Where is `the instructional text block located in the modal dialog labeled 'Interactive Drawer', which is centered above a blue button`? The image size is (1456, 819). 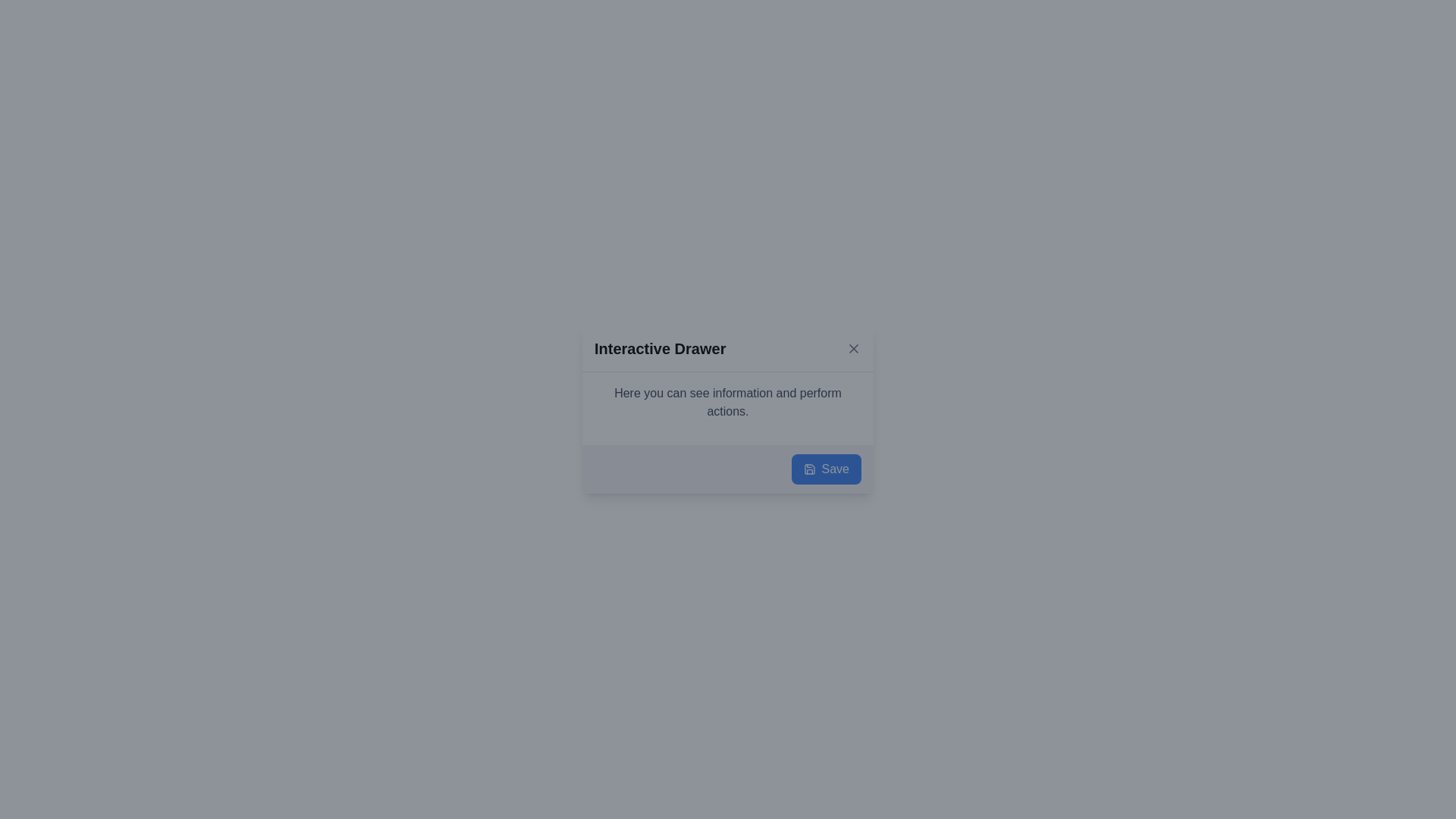
the instructional text block located in the modal dialog labeled 'Interactive Drawer', which is centered above a blue button is located at coordinates (728, 400).